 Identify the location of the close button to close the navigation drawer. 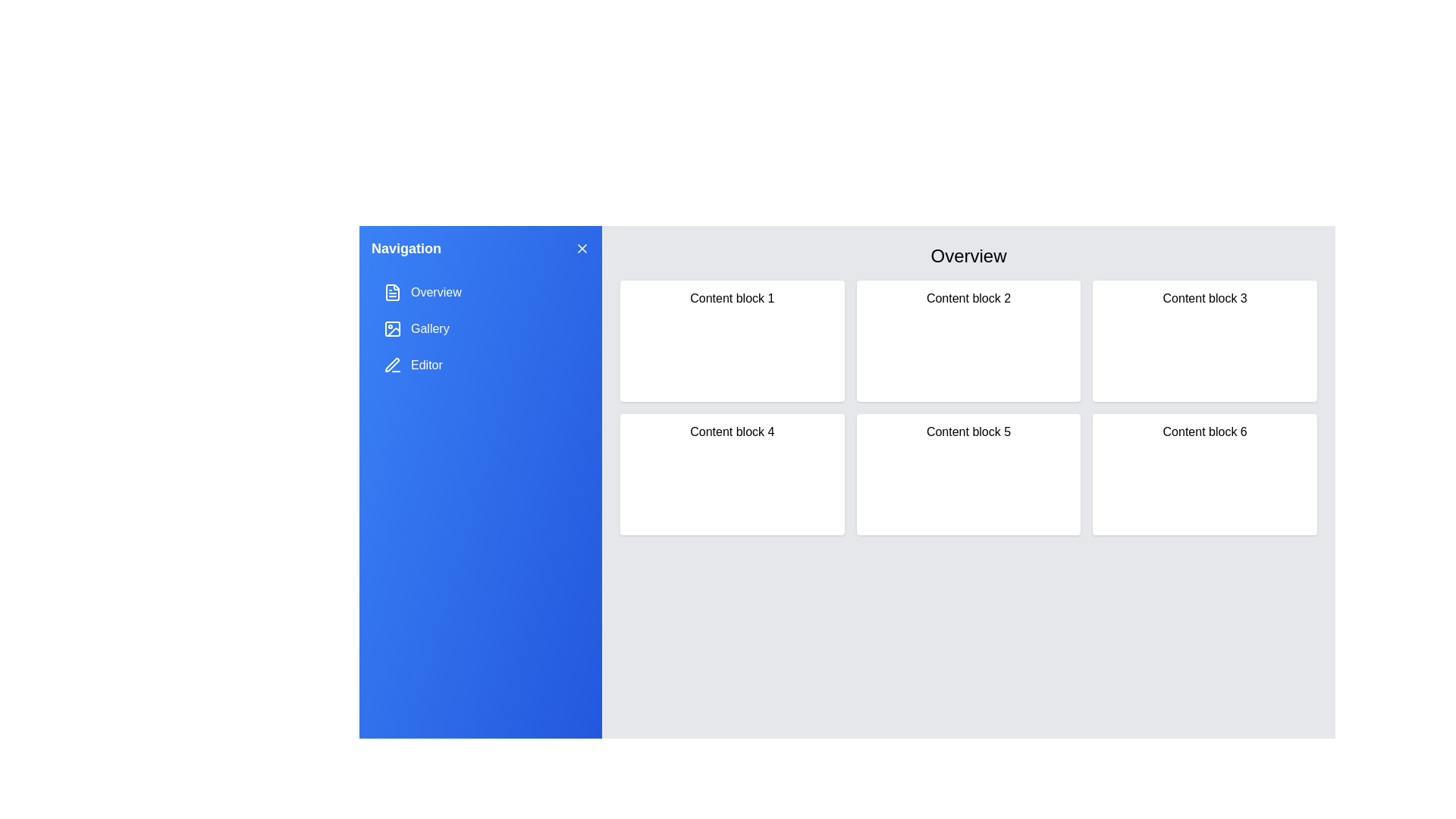
(582, 247).